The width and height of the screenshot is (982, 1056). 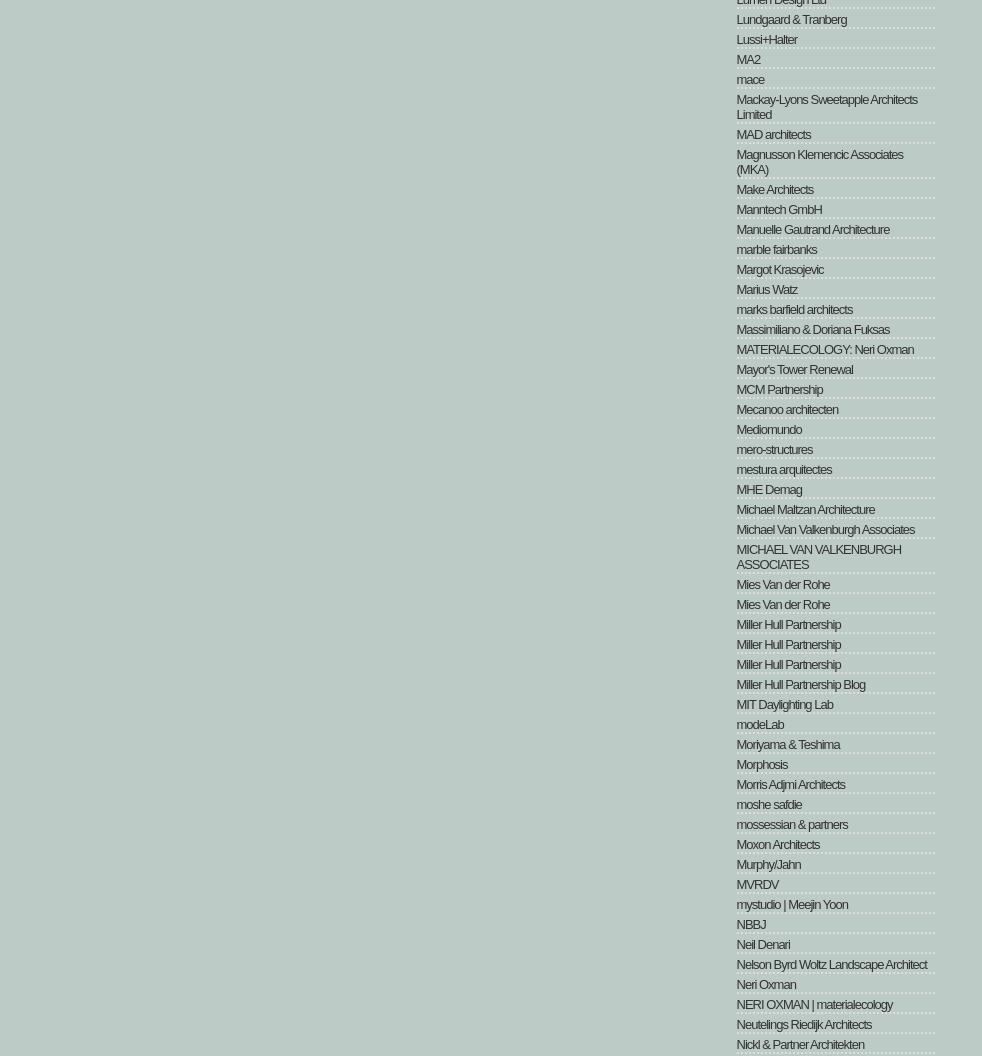 I want to click on 'MVRDV', so click(x=757, y=883).